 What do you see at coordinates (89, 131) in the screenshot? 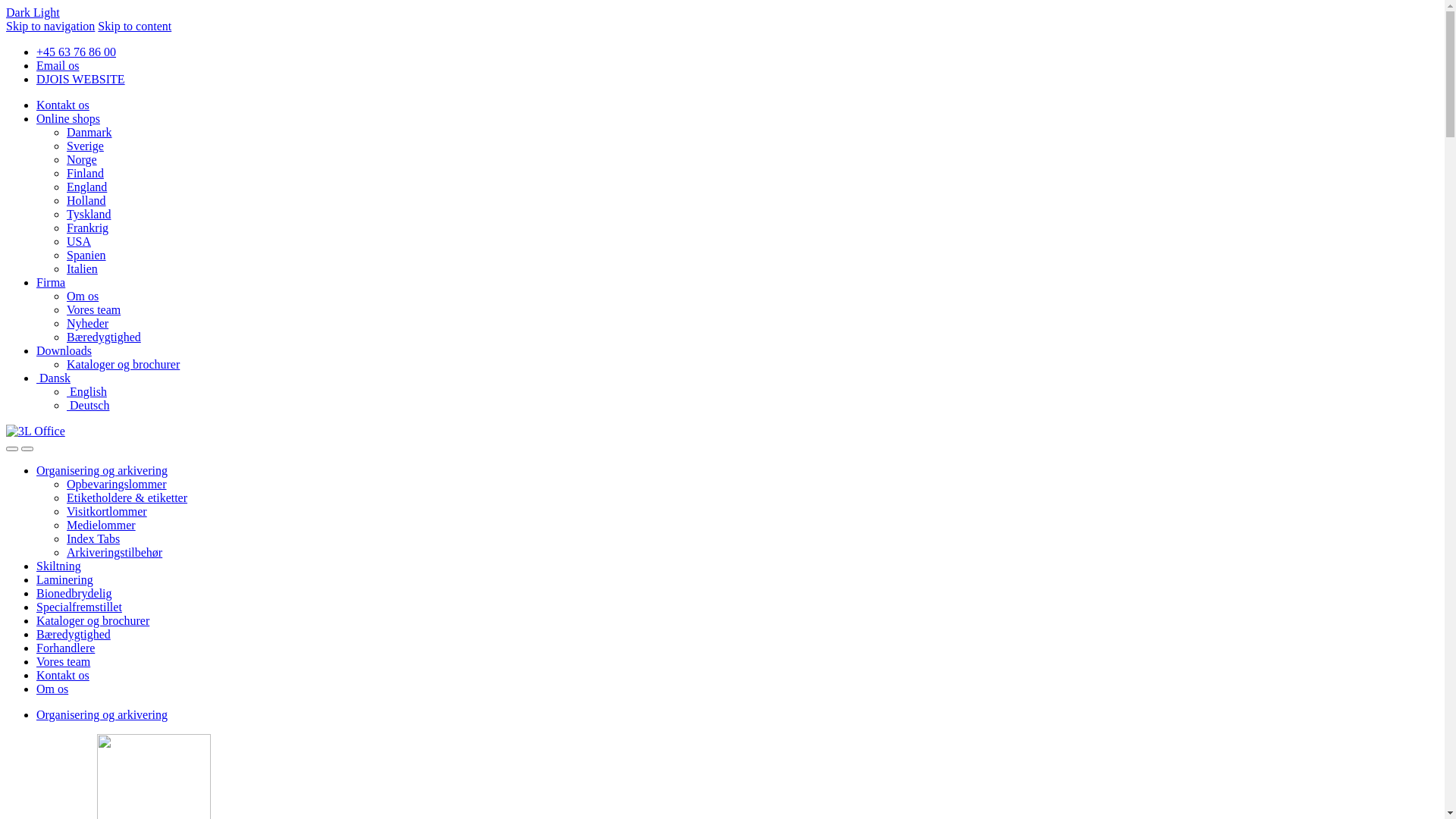
I see `'Danmark'` at bounding box center [89, 131].